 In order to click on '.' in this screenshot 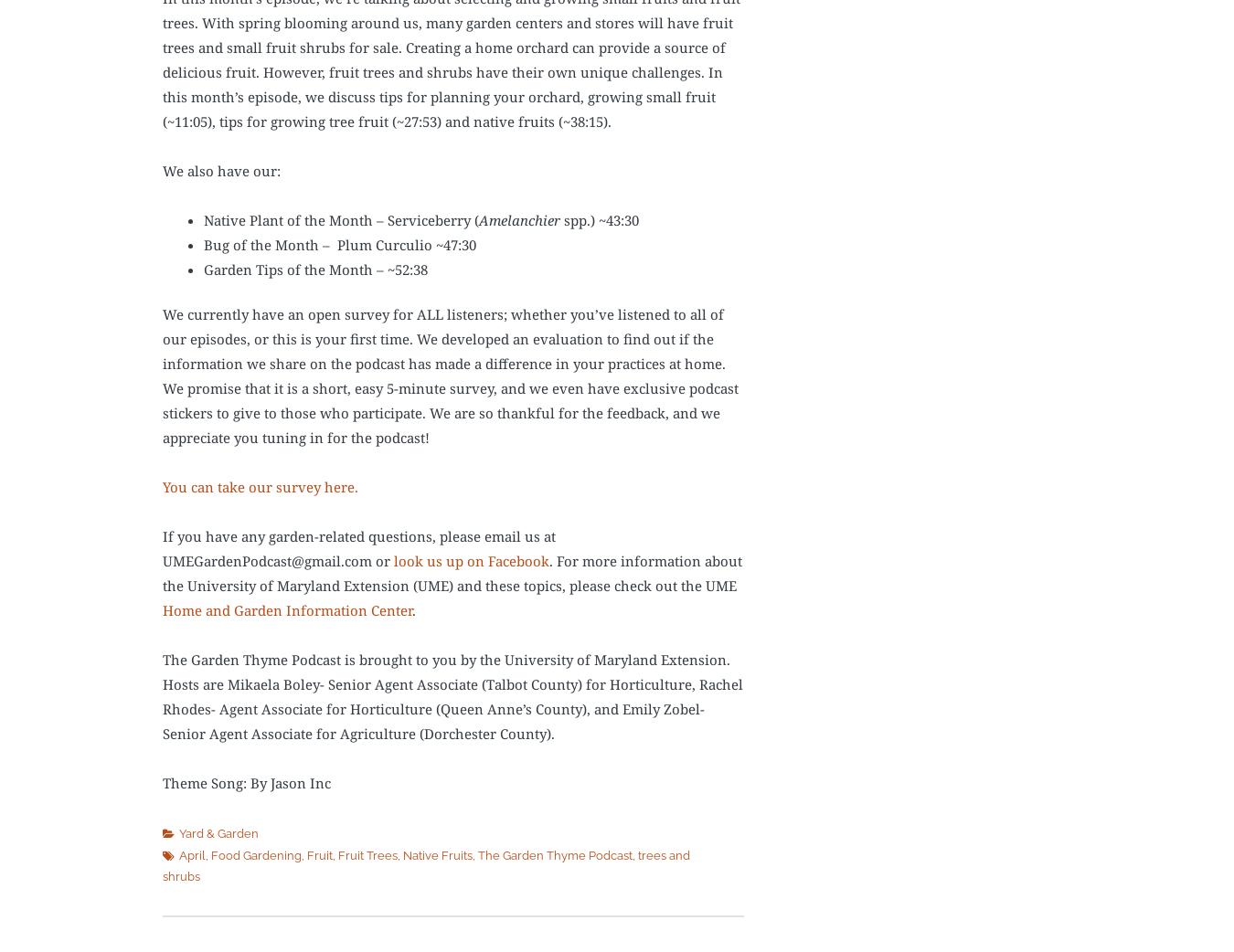, I will do `click(411, 610)`.